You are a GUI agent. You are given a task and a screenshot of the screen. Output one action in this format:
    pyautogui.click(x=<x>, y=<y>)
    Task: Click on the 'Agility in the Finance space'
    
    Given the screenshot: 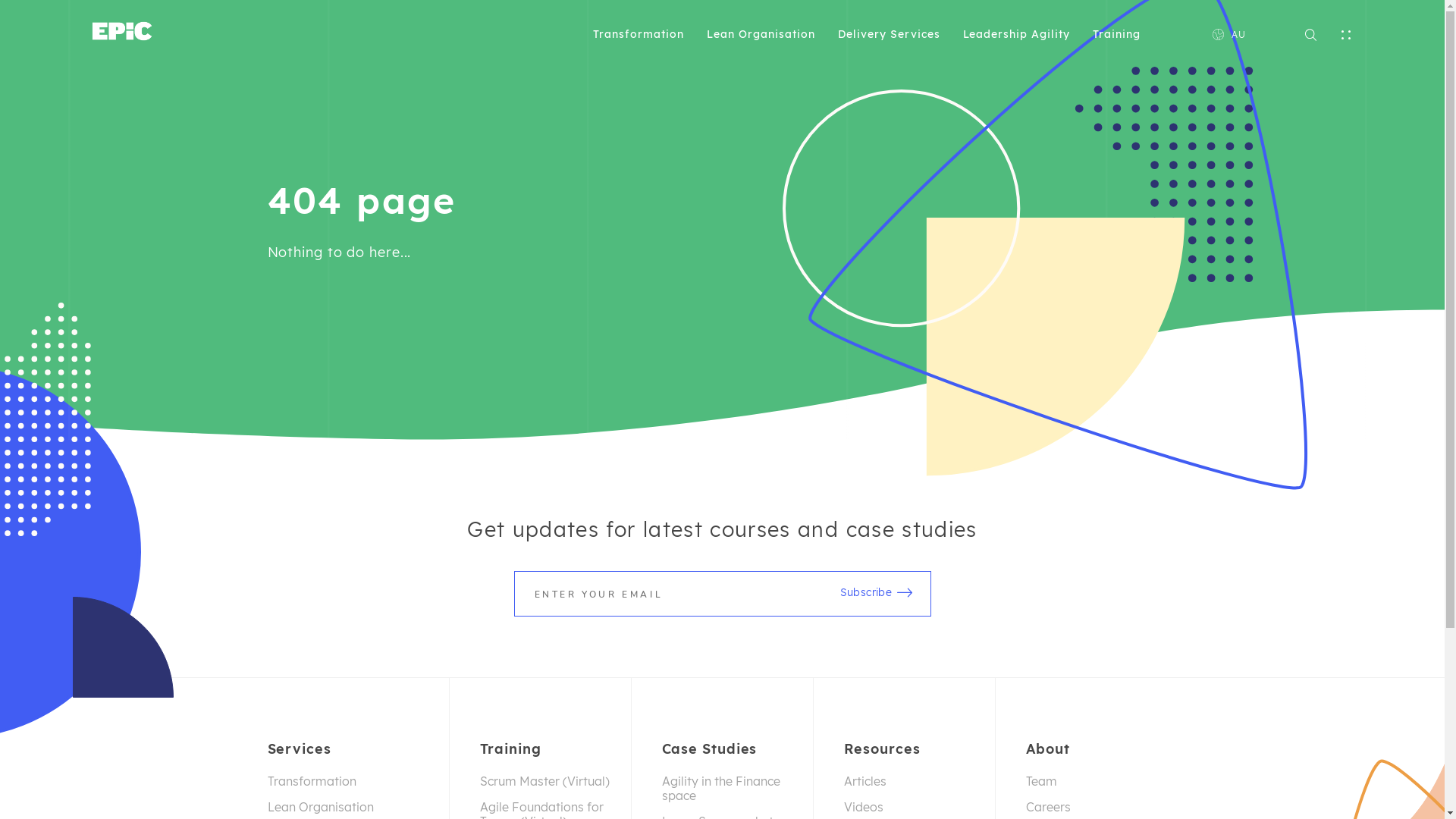 What is the action you would take?
    pyautogui.click(x=734, y=788)
    